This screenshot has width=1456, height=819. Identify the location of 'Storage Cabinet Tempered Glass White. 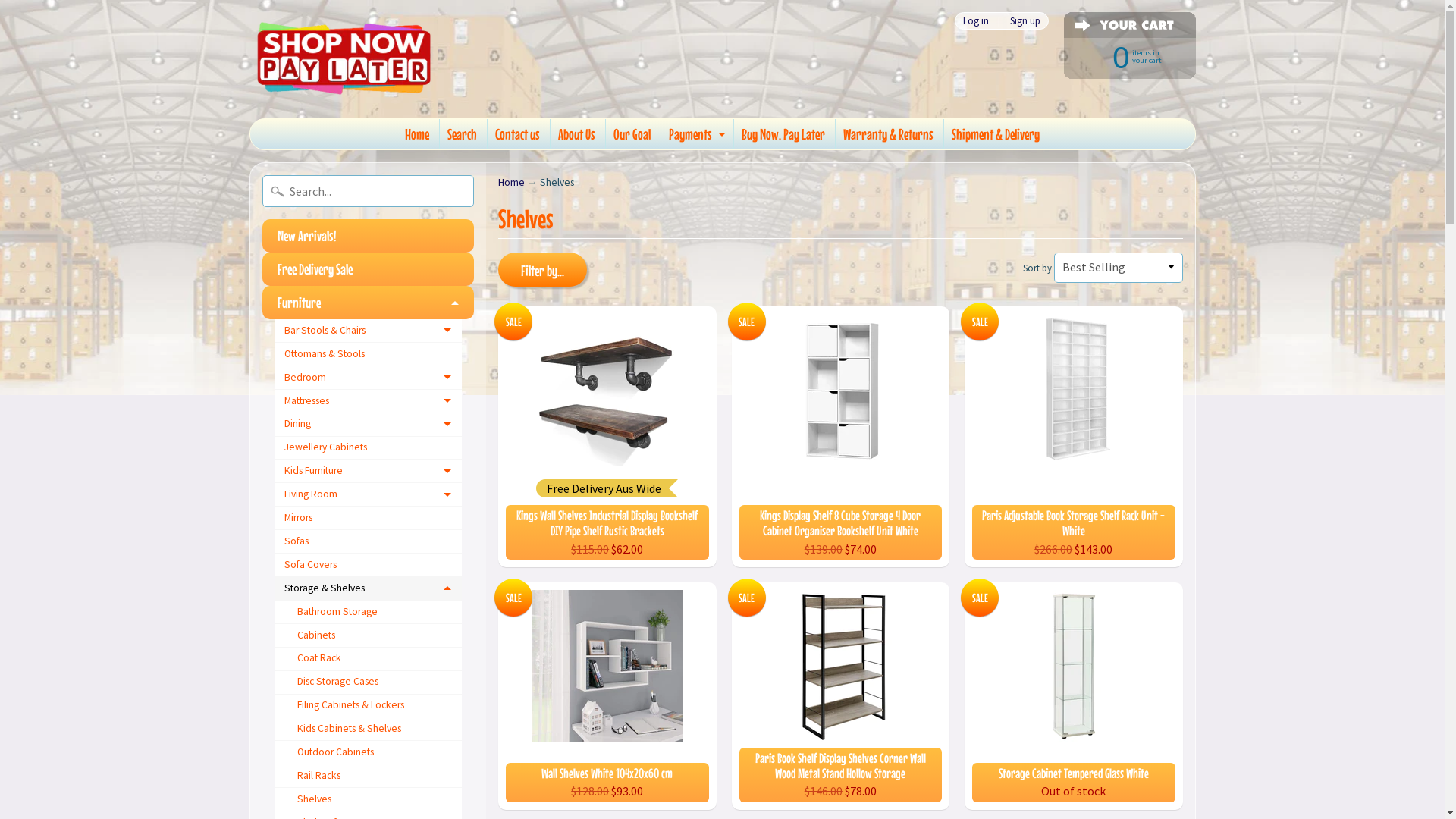
(1073, 696).